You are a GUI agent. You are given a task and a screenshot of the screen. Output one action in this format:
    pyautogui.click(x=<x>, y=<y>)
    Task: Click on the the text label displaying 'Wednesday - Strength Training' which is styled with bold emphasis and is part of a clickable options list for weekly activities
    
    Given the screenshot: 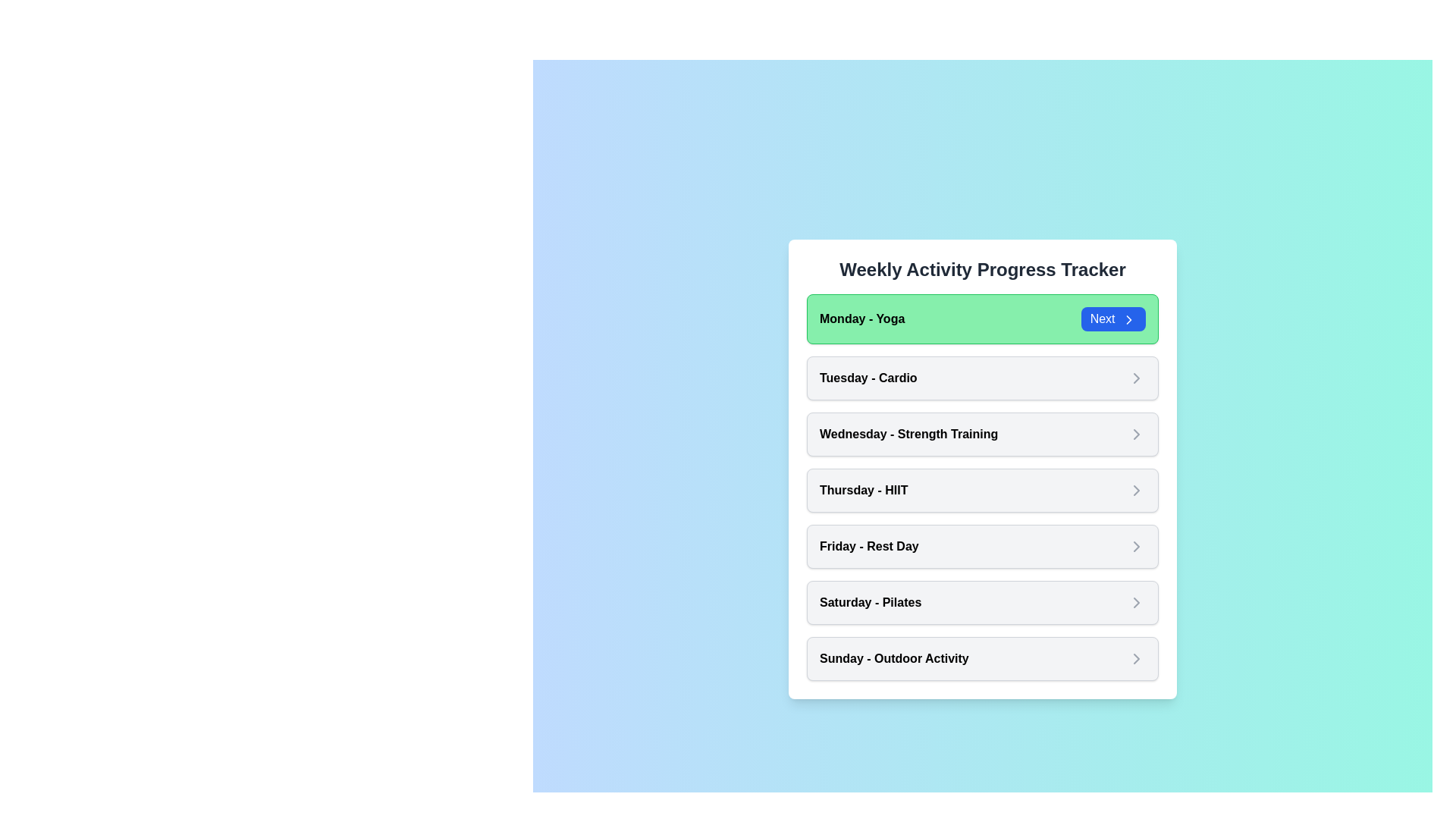 What is the action you would take?
    pyautogui.click(x=908, y=435)
    